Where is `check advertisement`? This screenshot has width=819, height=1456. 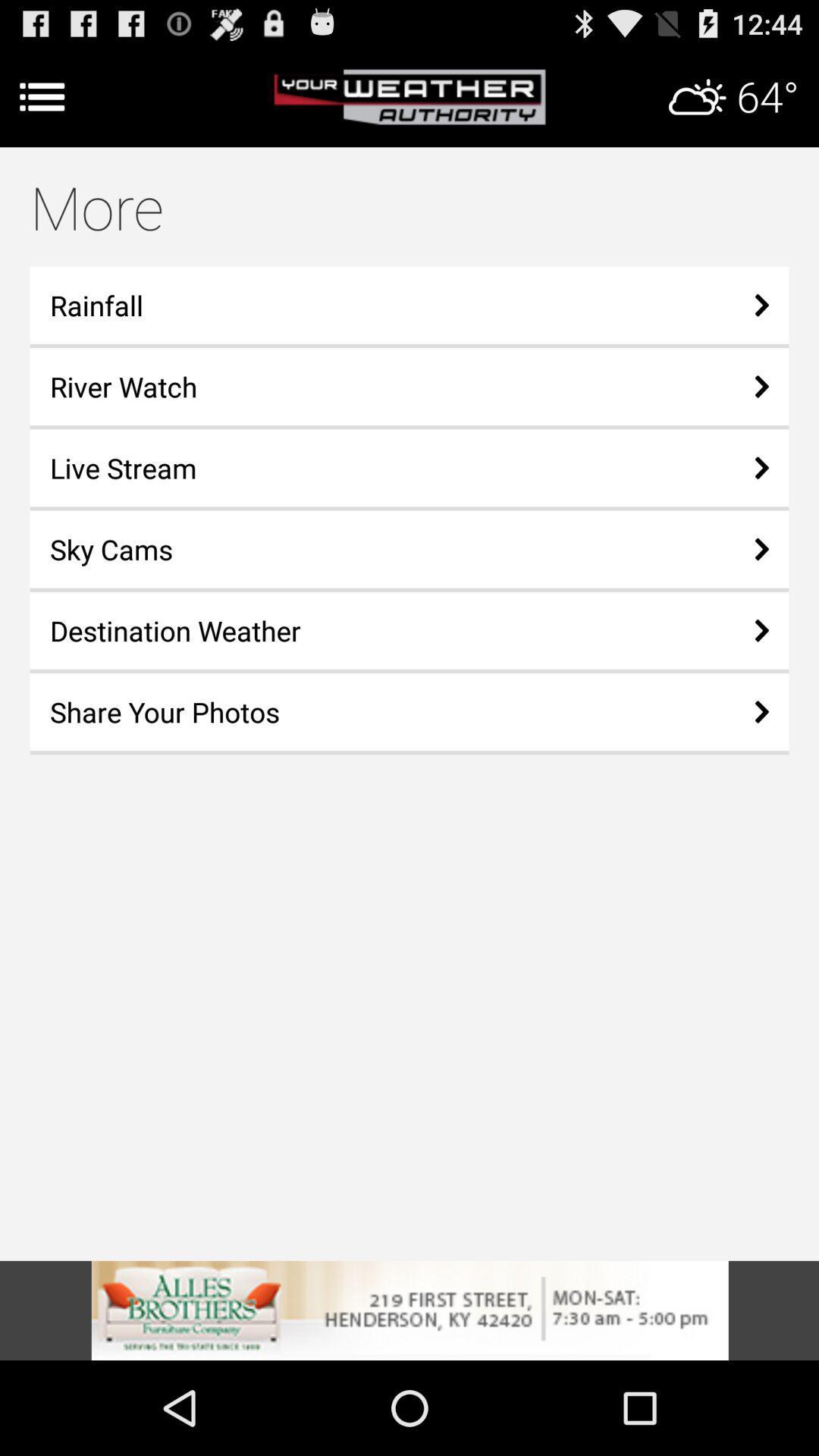 check advertisement is located at coordinates (409, 1310).